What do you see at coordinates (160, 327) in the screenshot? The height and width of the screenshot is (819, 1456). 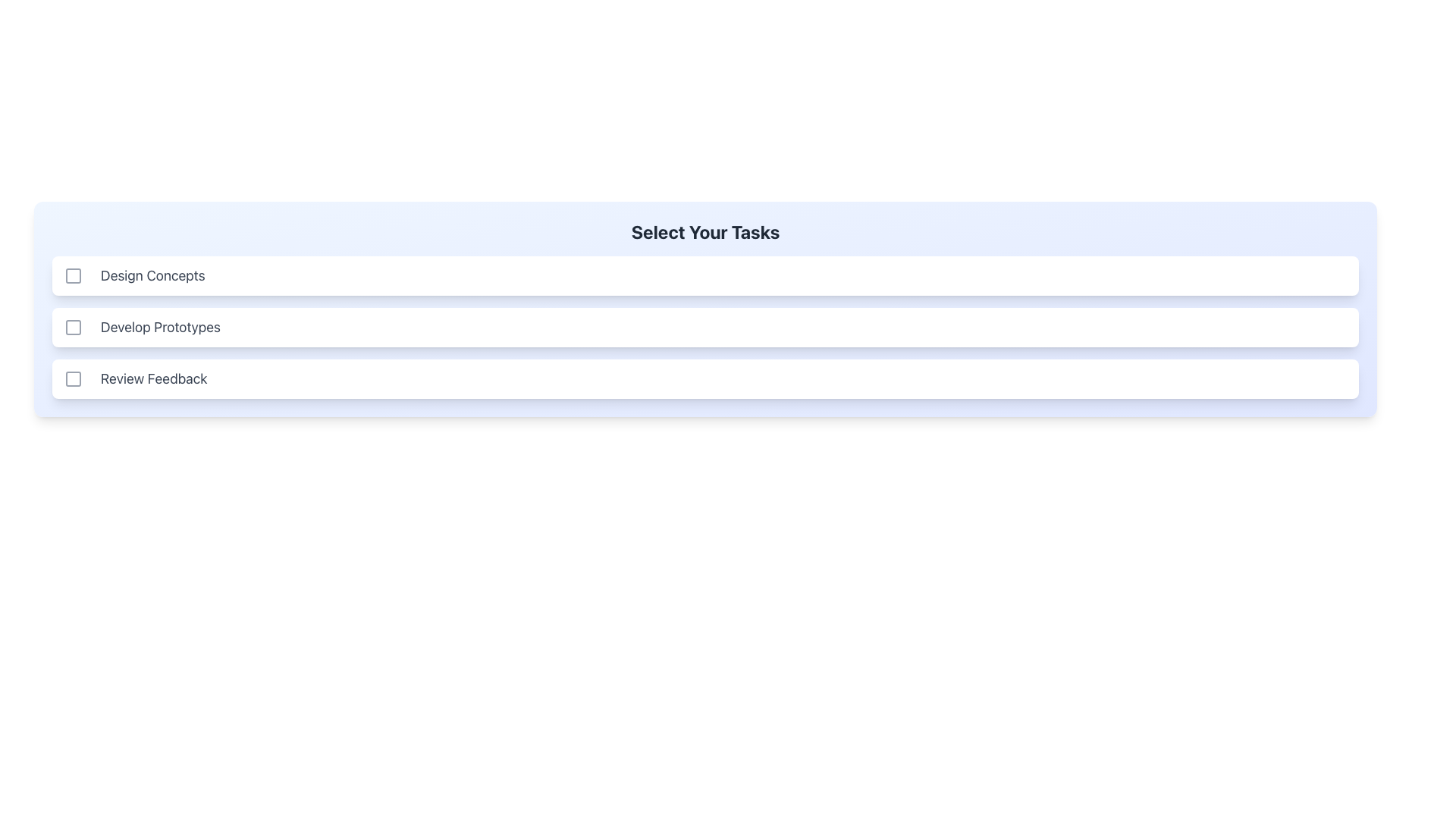 I see `the 'Develop Prototypes' label which is styled with a large font size and light gray text, located below 'Design Concepts' and above 'Review Feedback'` at bounding box center [160, 327].